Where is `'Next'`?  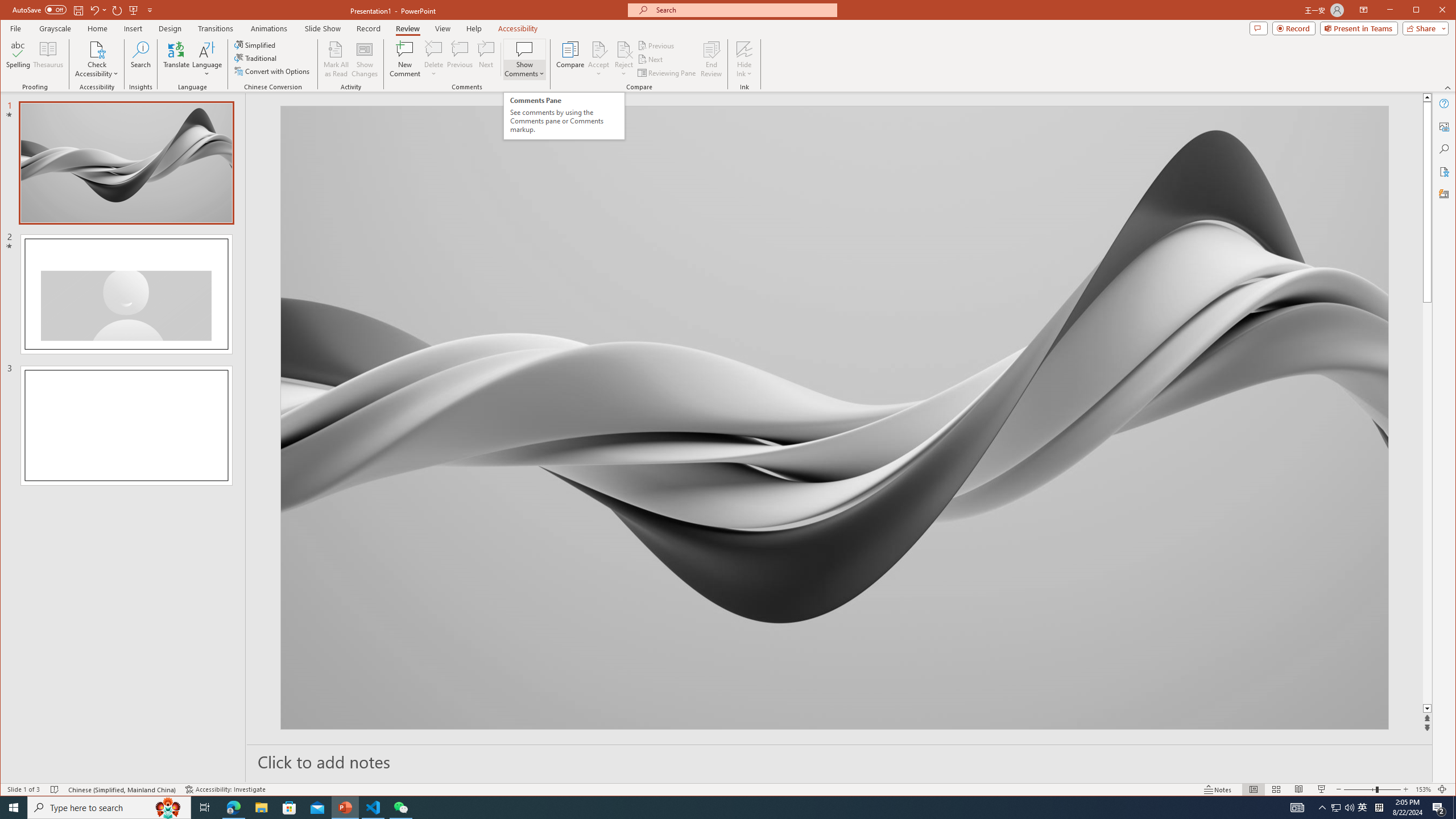
'Next' is located at coordinates (651, 59).